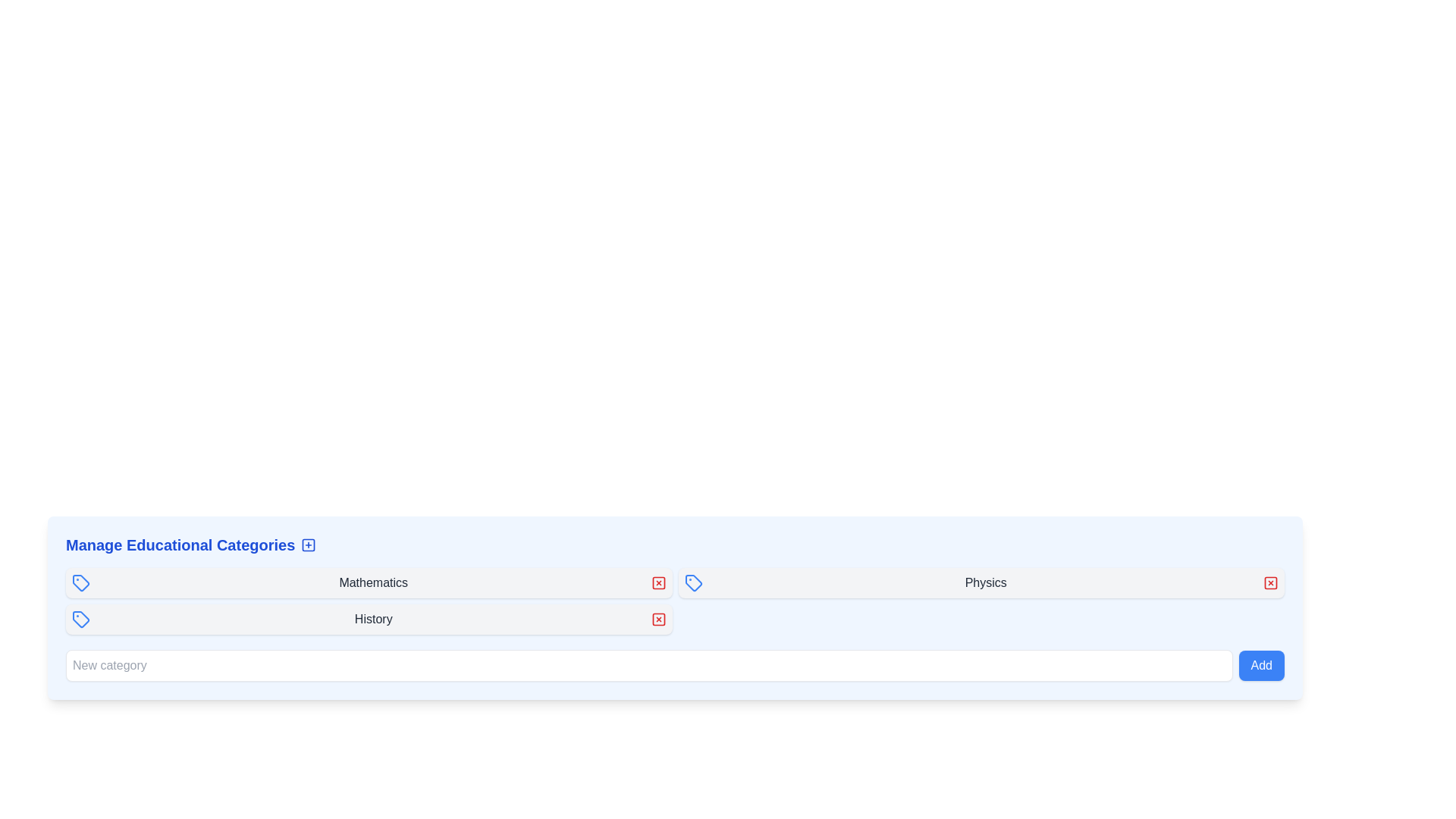 Image resolution: width=1456 pixels, height=819 pixels. I want to click on the blue tag-shaped icon located left of the 'Mathematics' label within the 'Manage Educational Categories' panel, so click(692, 582).